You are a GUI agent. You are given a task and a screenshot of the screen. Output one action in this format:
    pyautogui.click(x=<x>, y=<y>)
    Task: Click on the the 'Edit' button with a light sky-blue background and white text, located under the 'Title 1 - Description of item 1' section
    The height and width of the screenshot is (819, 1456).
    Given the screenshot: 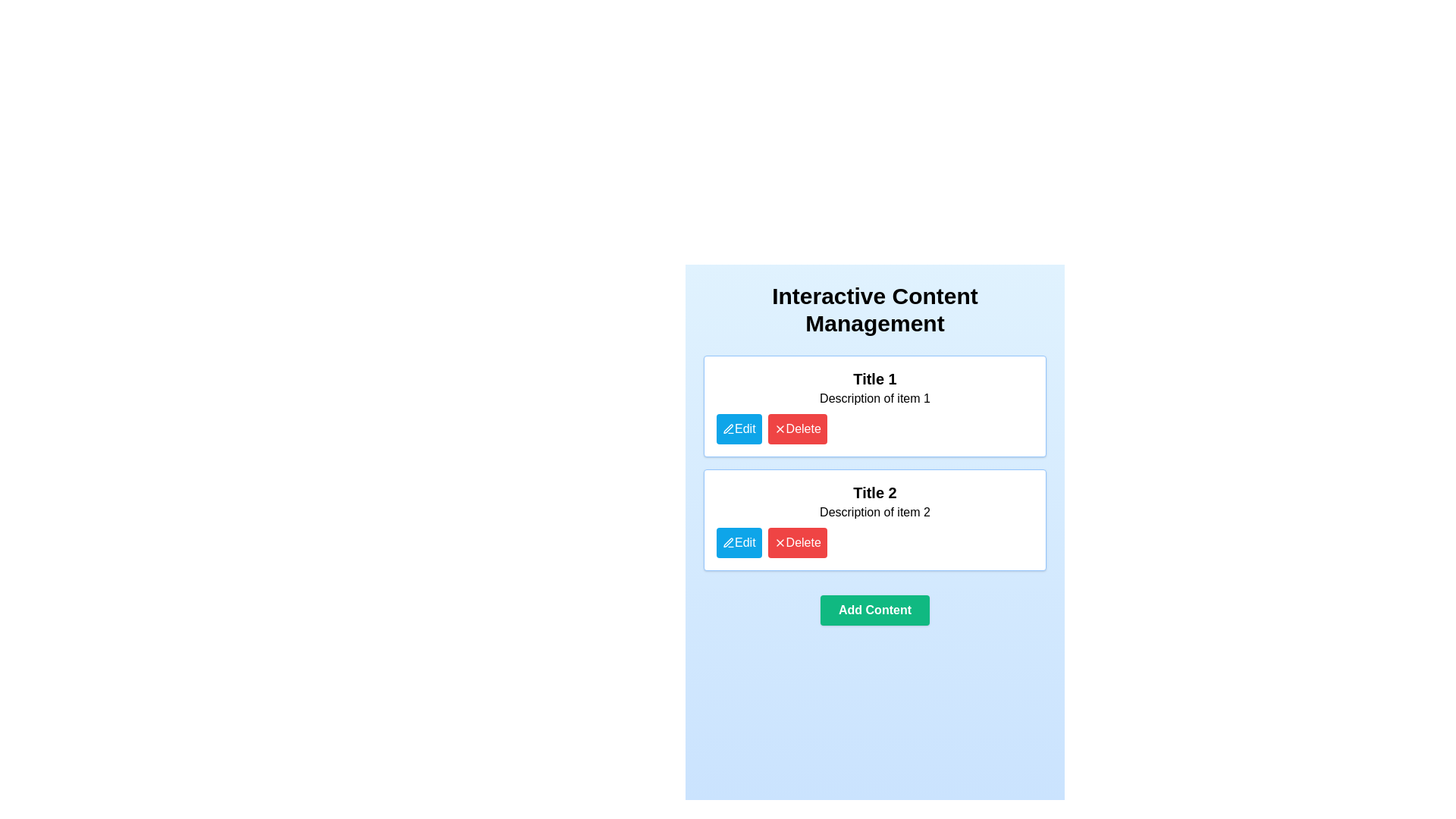 What is the action you would take?
    pyautogui.click(x=739, y=429)
    